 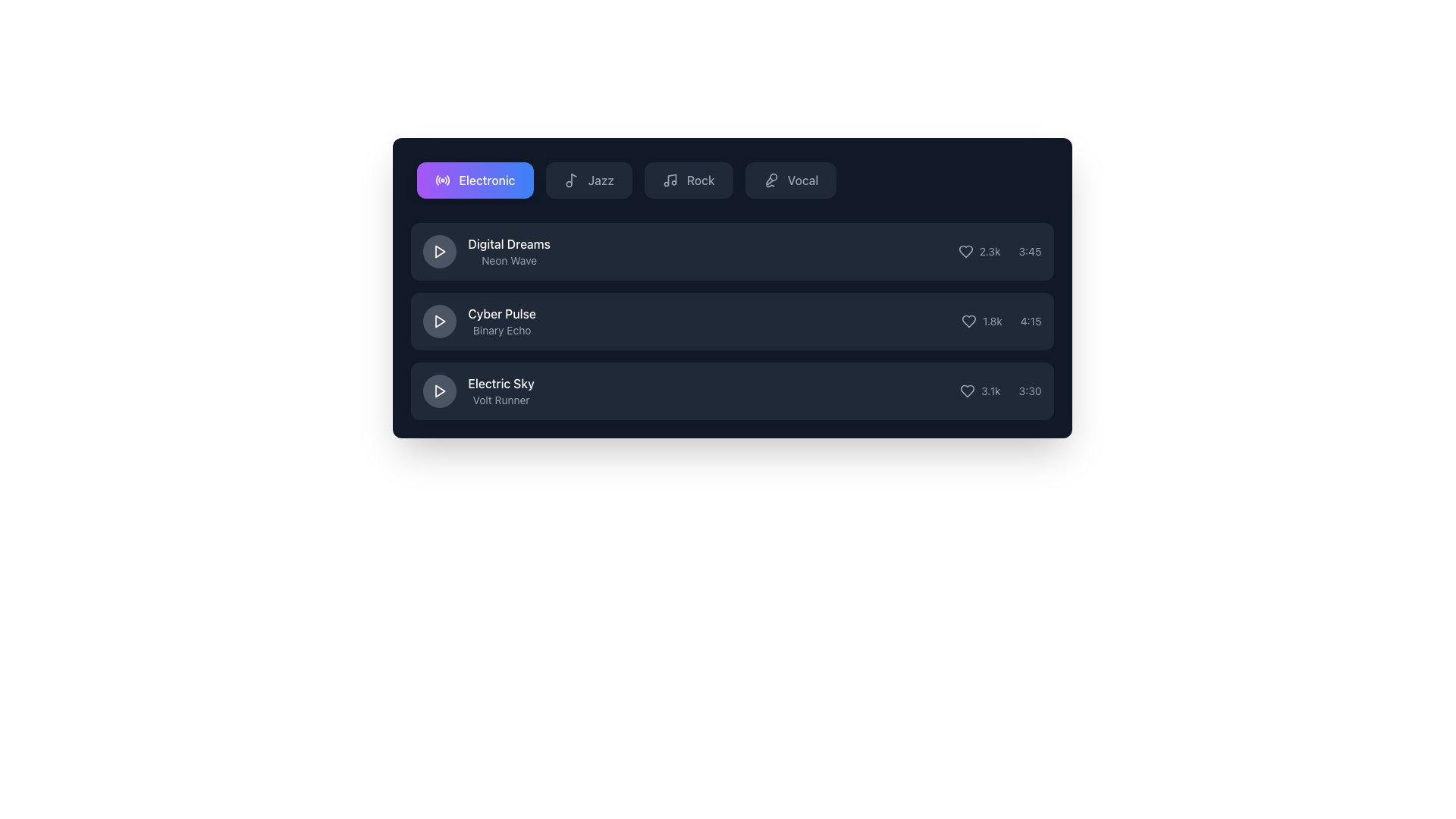 I want to click on to select the media item in the playlist, which contains details like track title, artist, likes, and duration, located in the first row under the genre buttons, so click(x=732, y=250).